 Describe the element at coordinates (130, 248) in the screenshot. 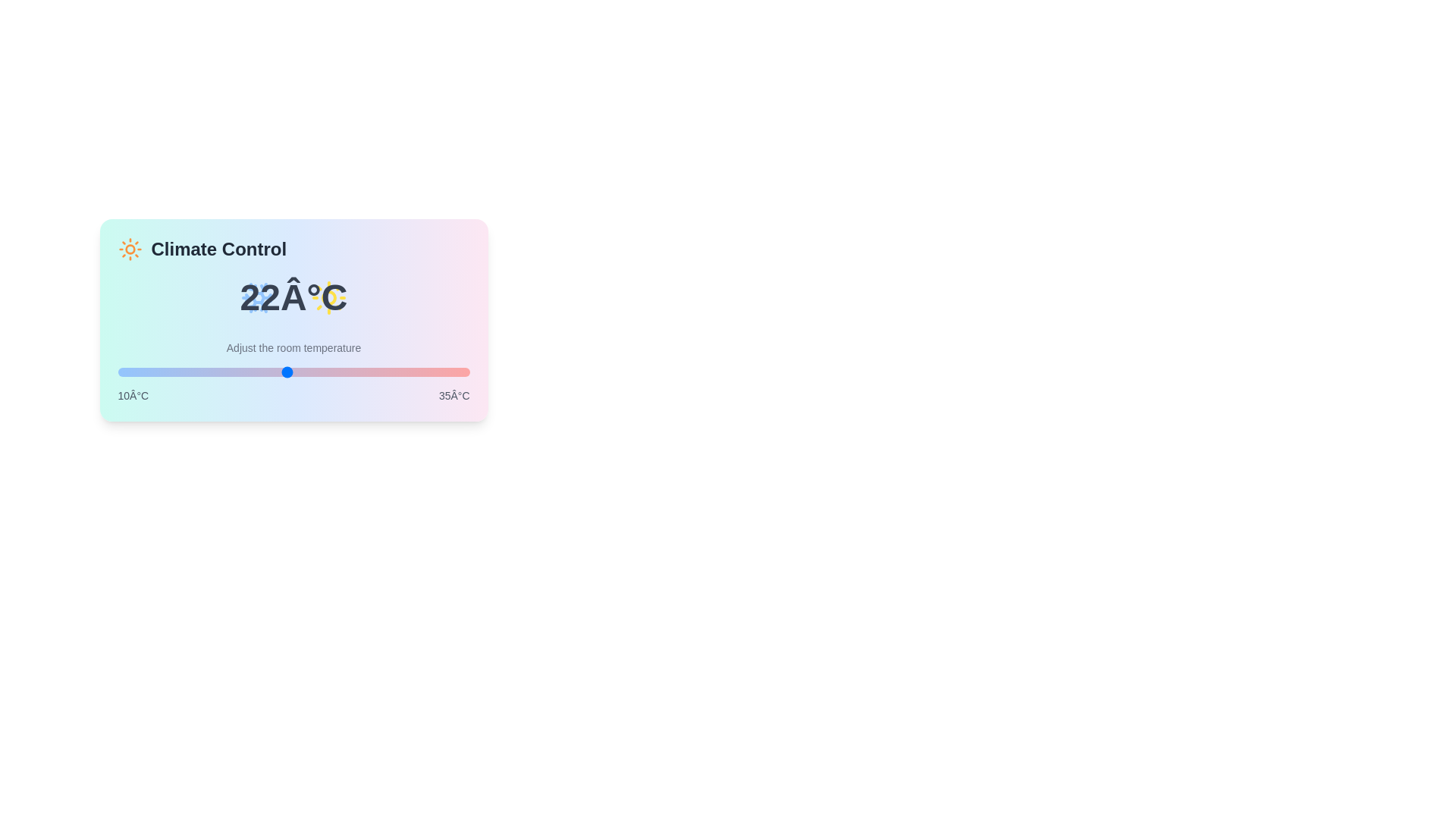

I see `the sun icon in the Climate Control component` at that location.